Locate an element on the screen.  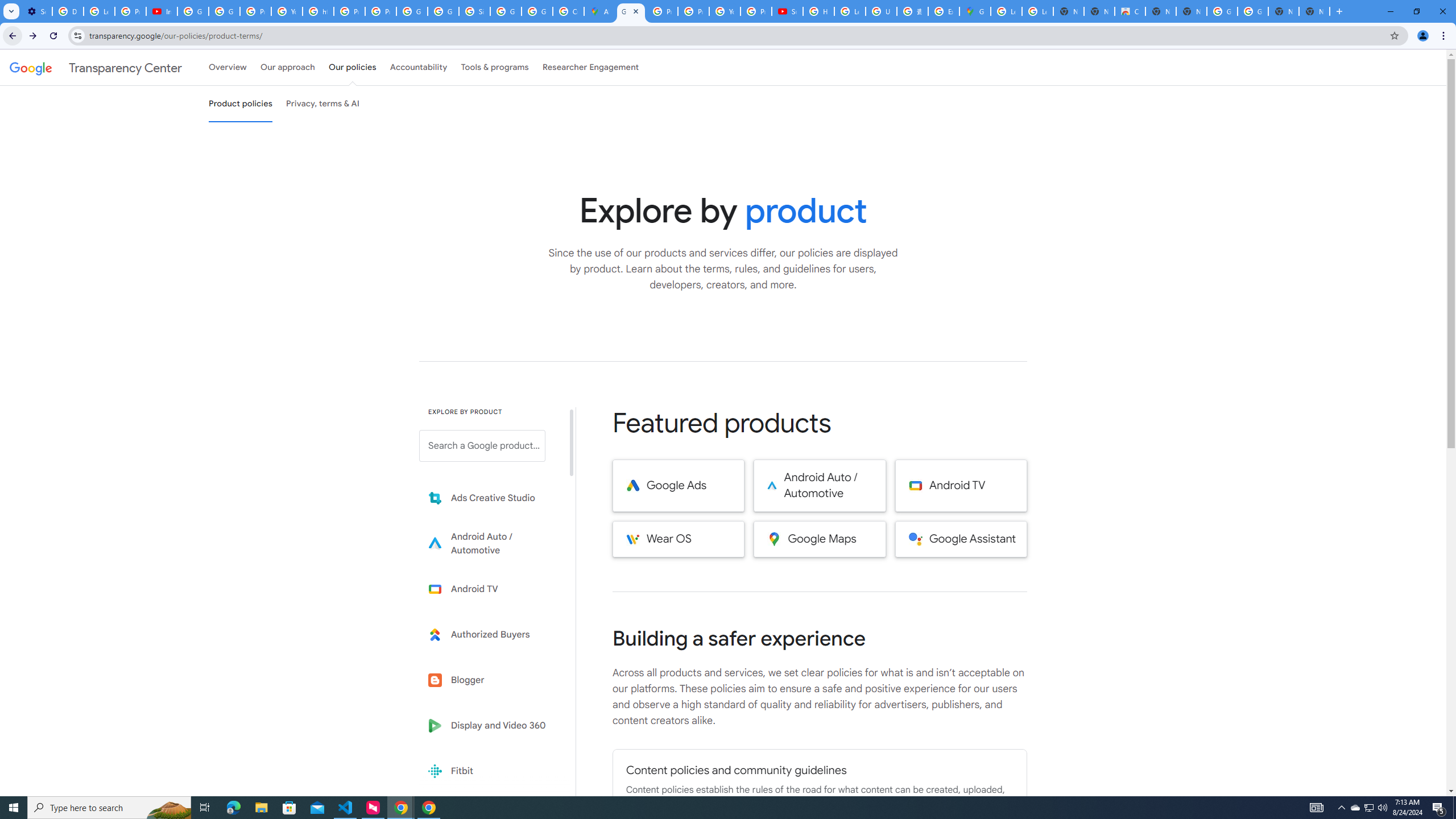
'Google Account Help' is located at coordinates (224, 11).